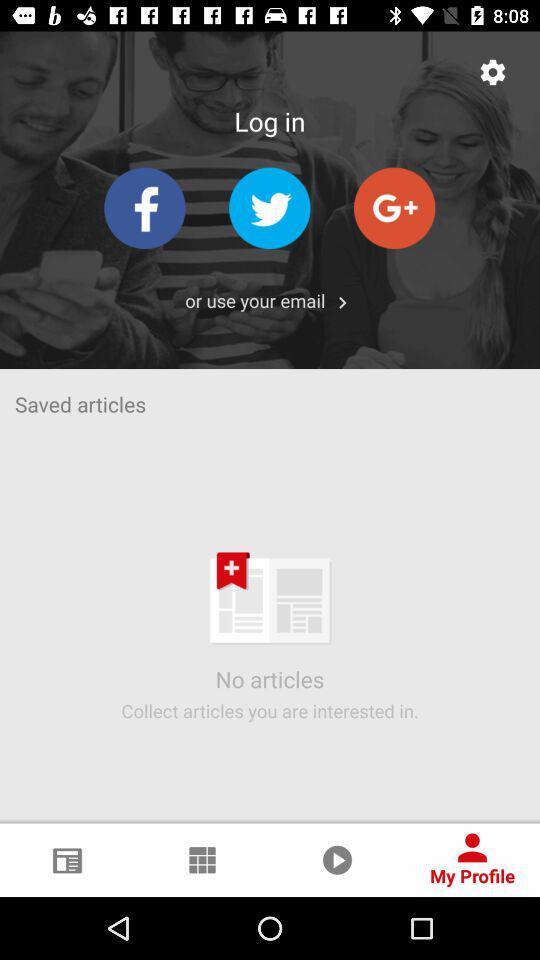  I want to click on twitter option, so click(269, 208).